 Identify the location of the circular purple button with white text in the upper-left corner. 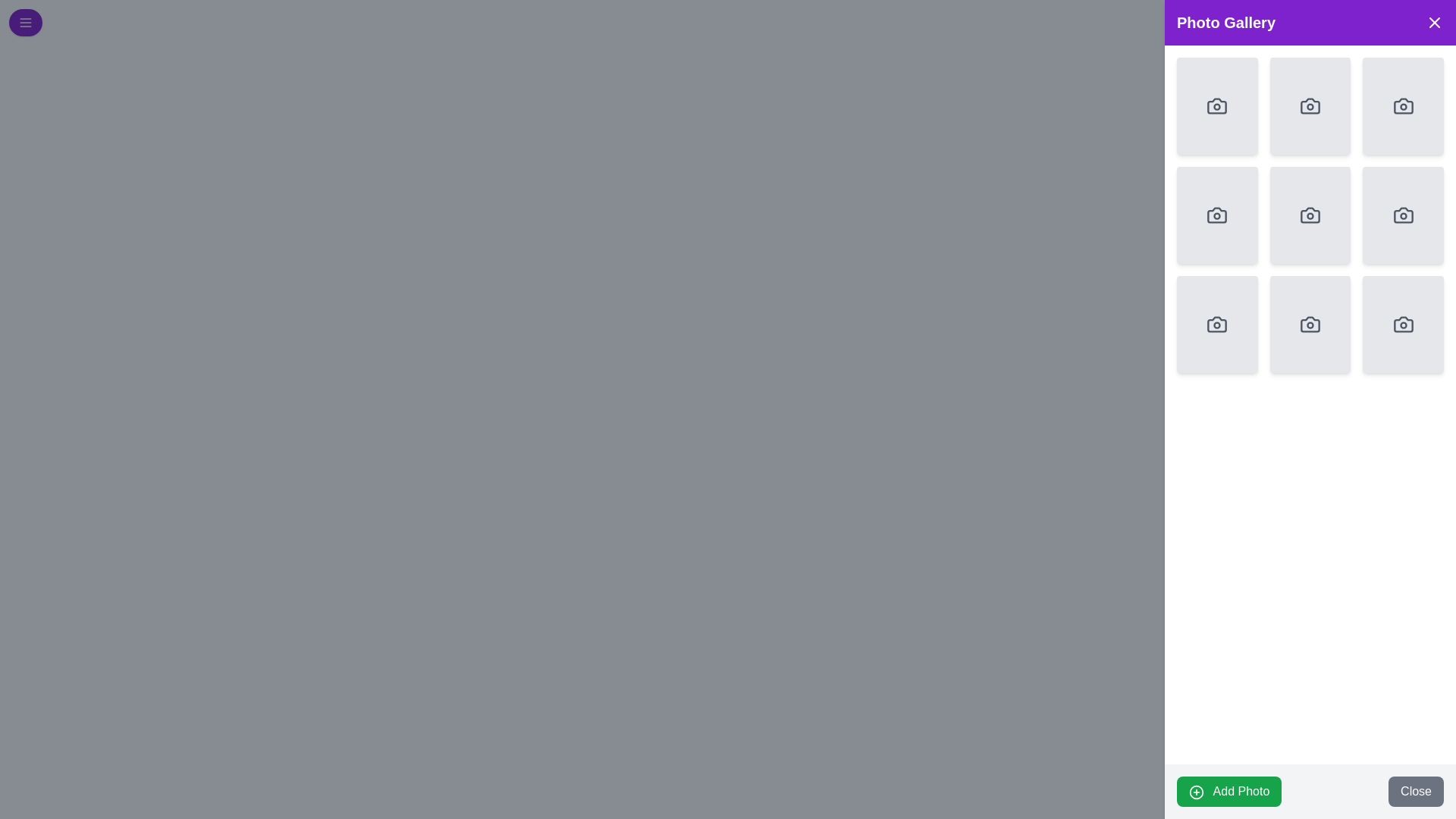
(25, 23).